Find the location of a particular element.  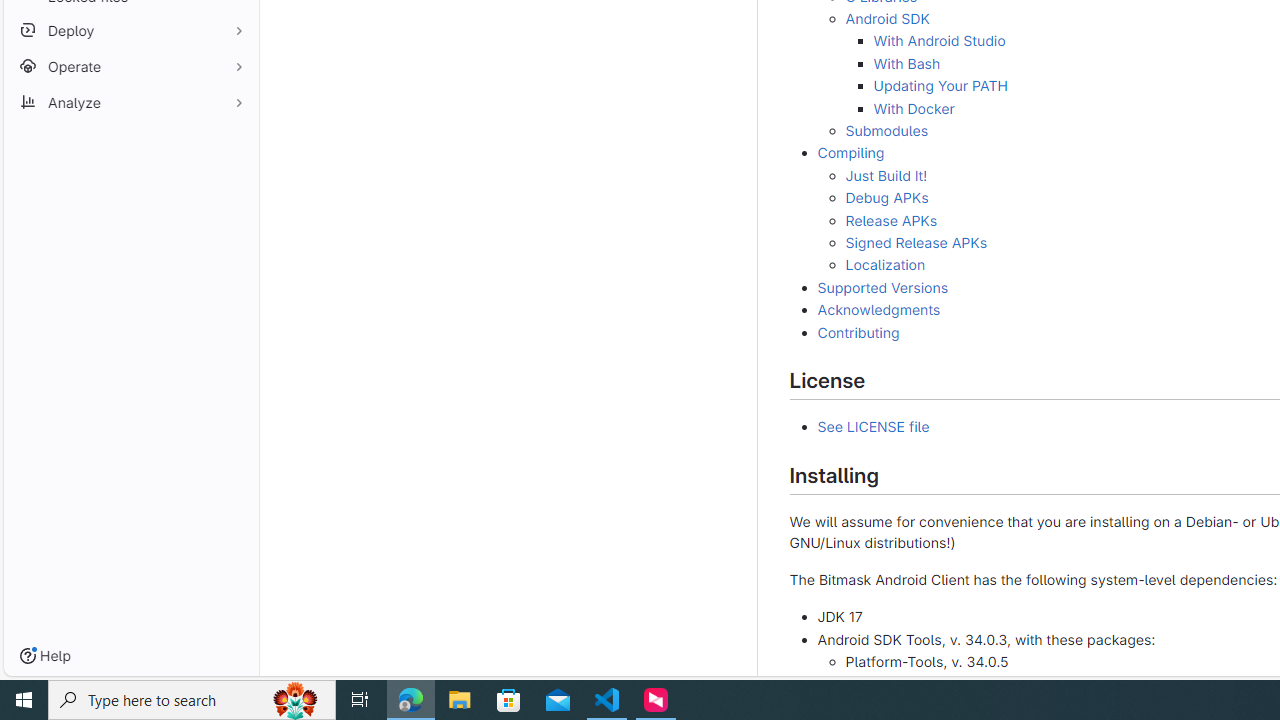

'Compiling' is located at coordinates (850, 152).